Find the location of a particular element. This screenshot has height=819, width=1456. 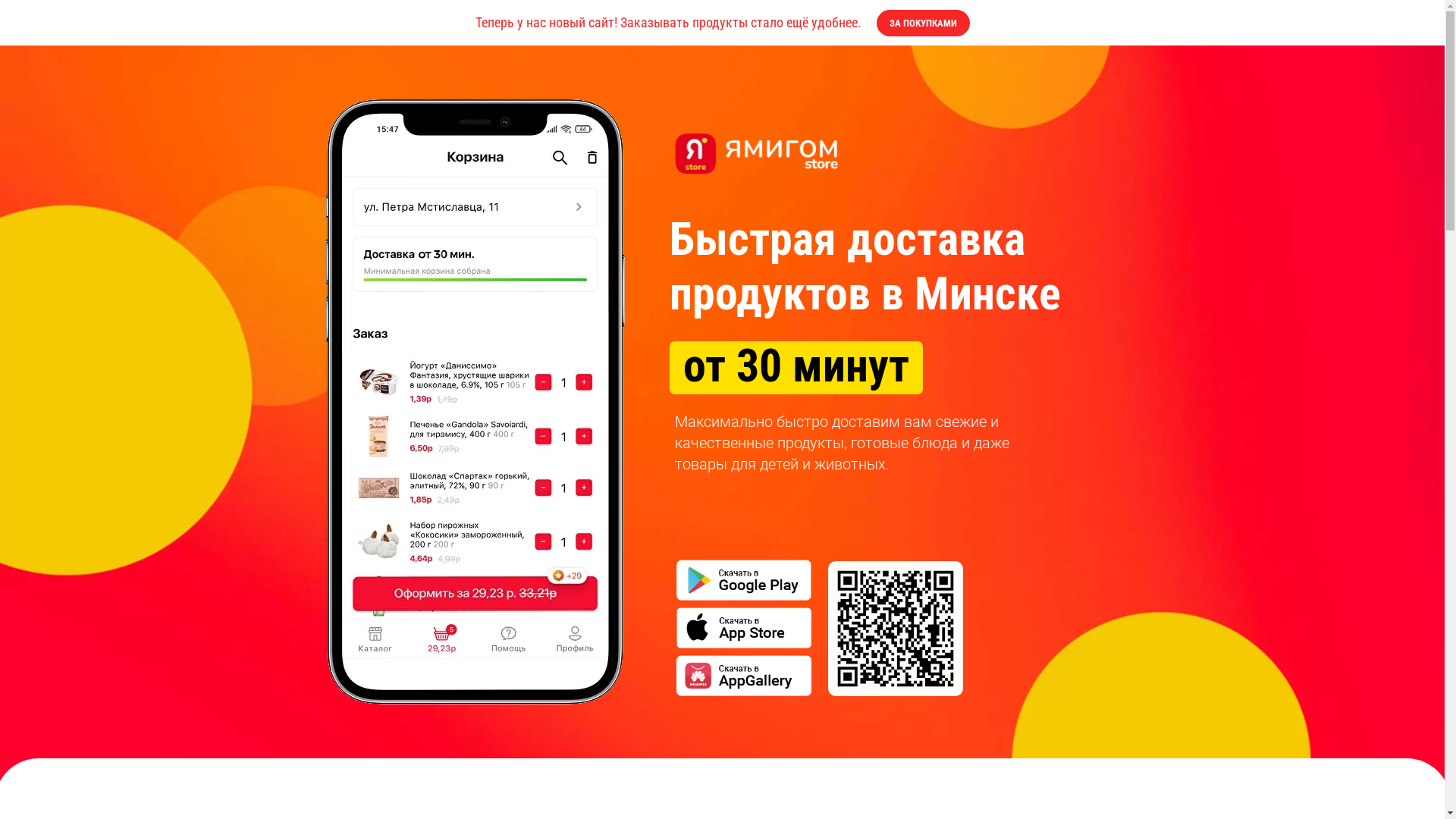

'Close' is located at coordinates (1420, 22).